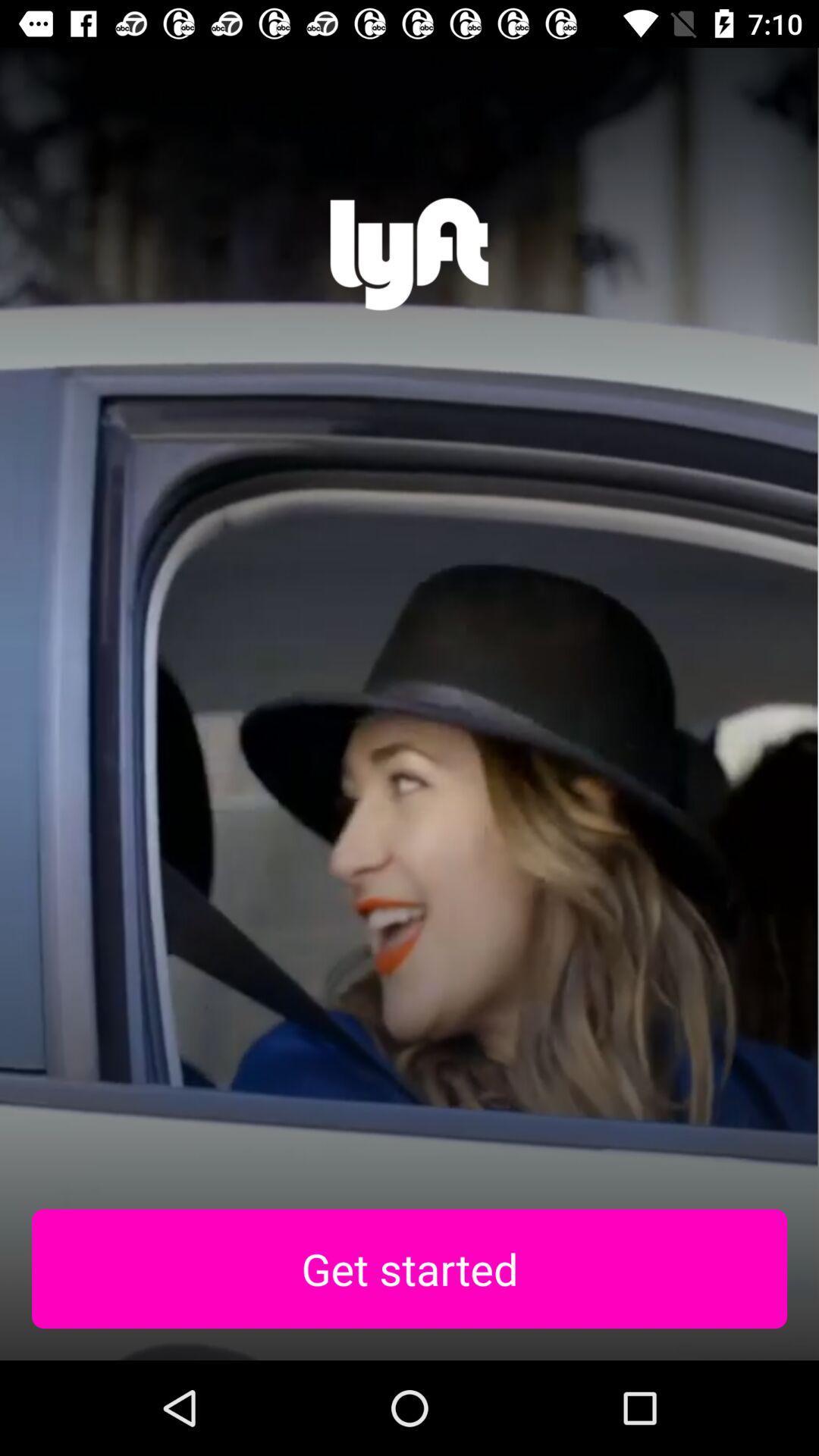  I want to click on get started app, so click(409, 1269).